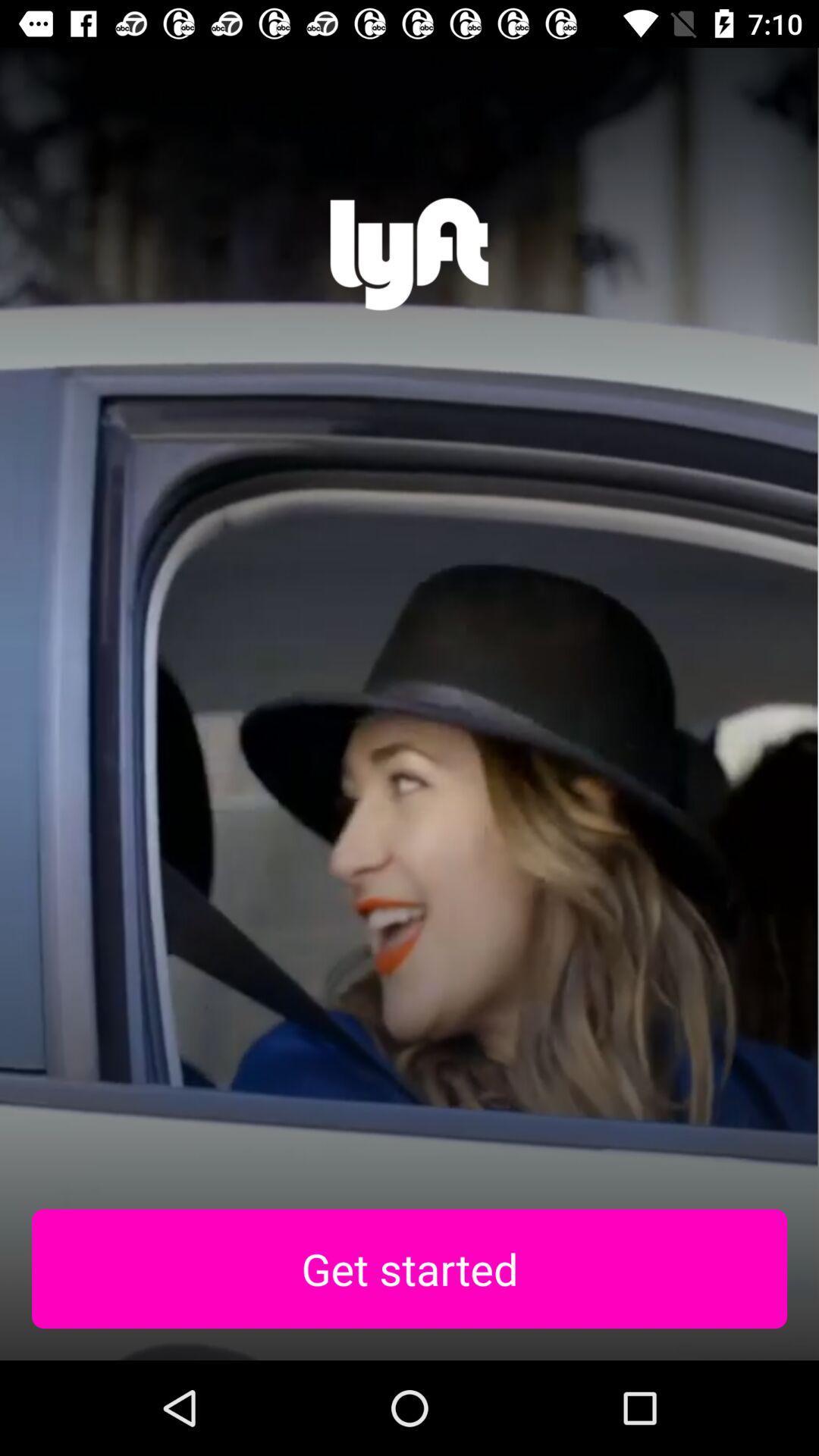  I want to click on get started app, so click(409, 1269).